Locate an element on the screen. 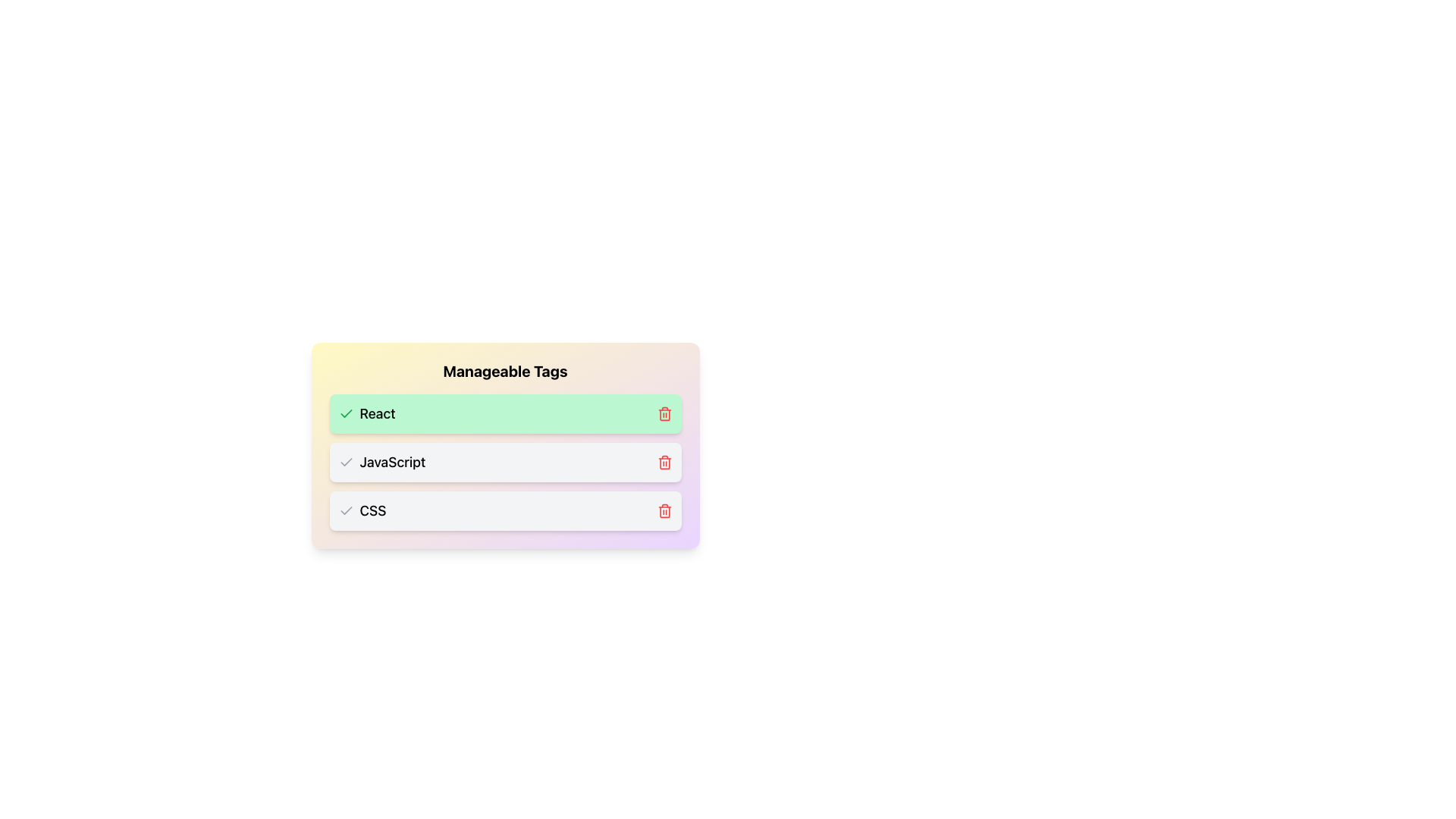  text content of the label indicating the name of the tag 'CSS' in the third row of the 'Manageable Tags' list is located at coordinates (373, 511).